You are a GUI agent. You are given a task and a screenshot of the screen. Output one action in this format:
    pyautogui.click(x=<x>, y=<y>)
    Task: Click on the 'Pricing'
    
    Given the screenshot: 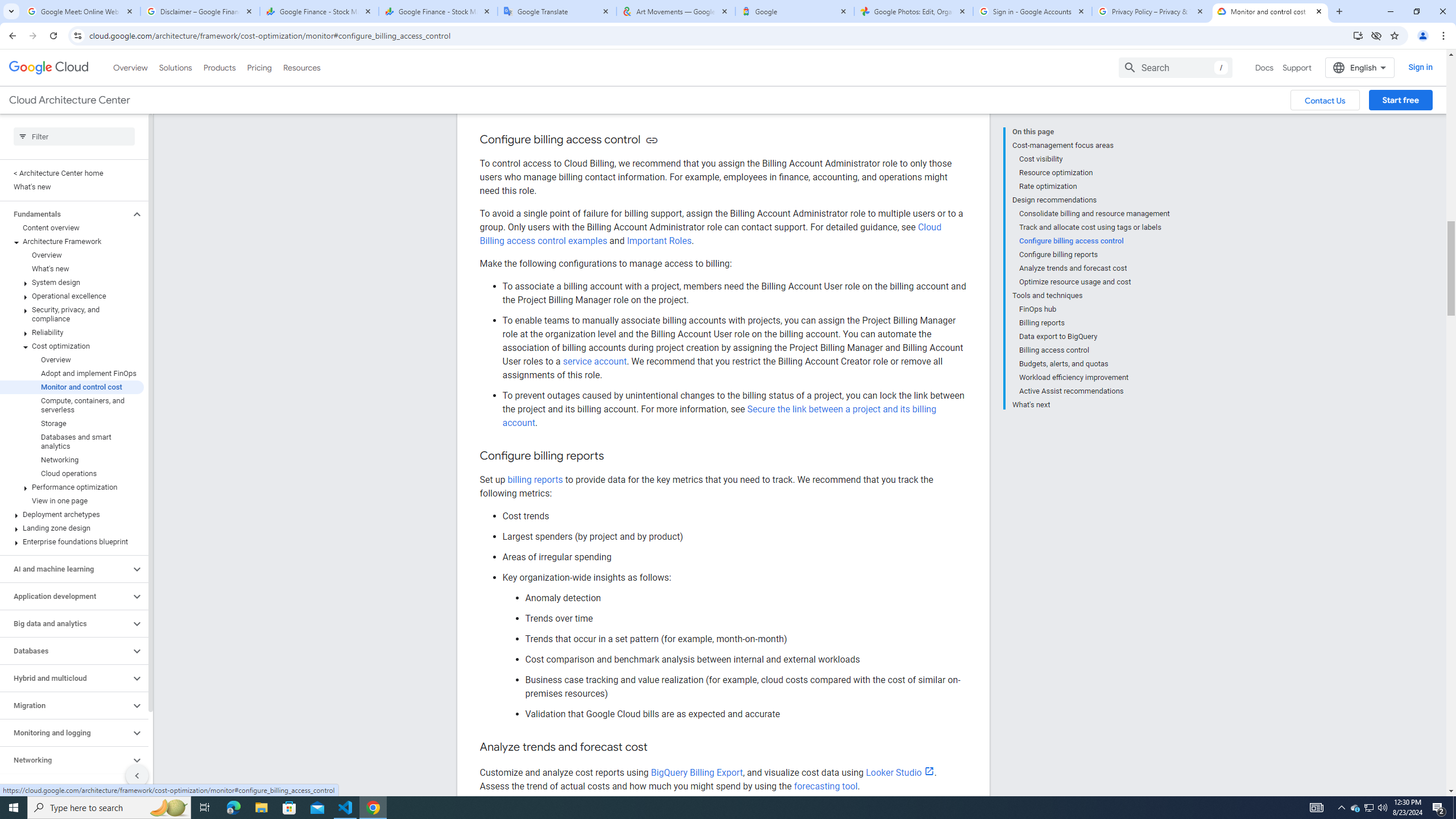 What is the action you would take?
    pyautogui.click(x=259, y=67)
    